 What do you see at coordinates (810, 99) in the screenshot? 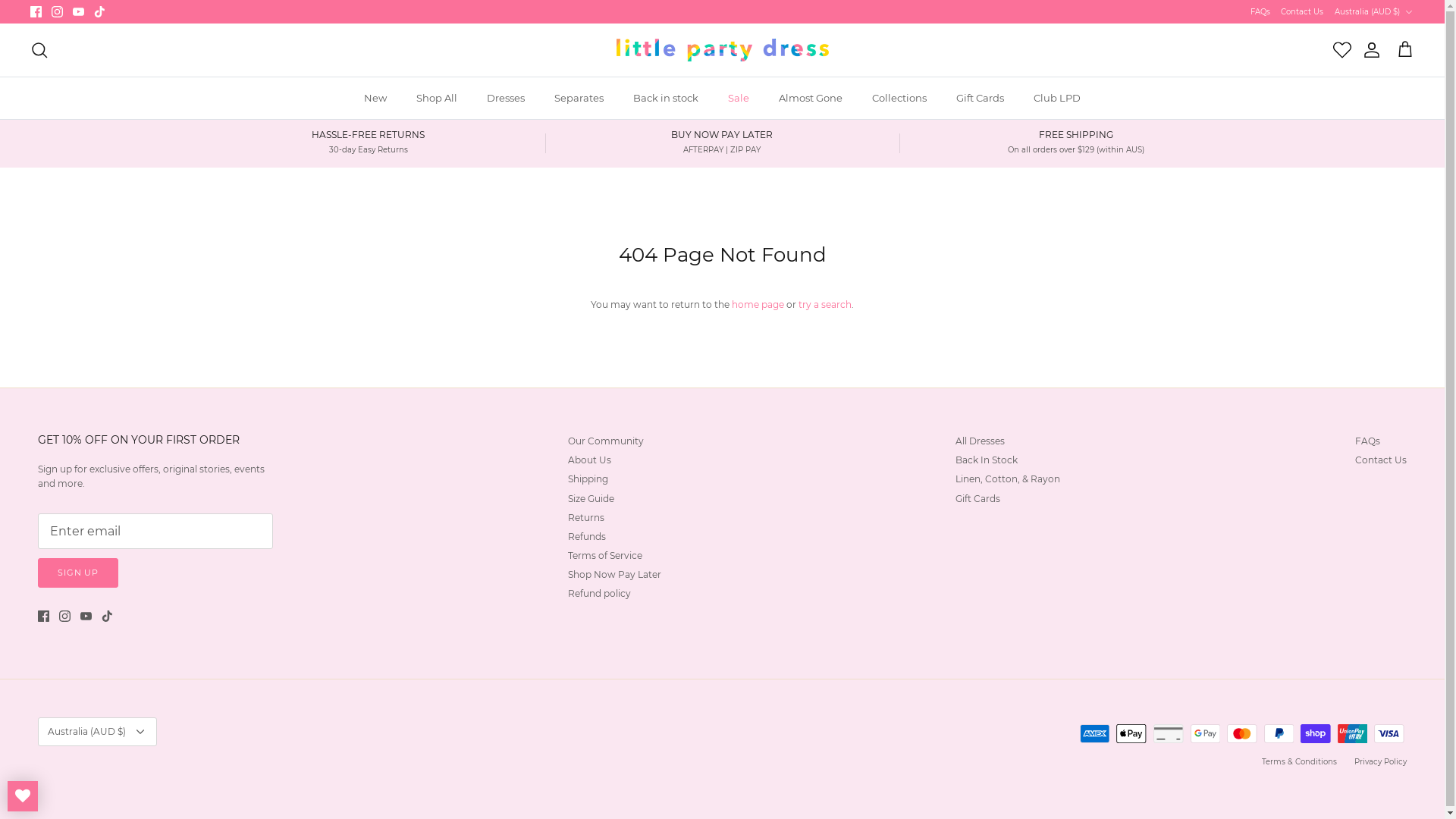
I see `'Almost Gone'` at bounding box center [810, 99].